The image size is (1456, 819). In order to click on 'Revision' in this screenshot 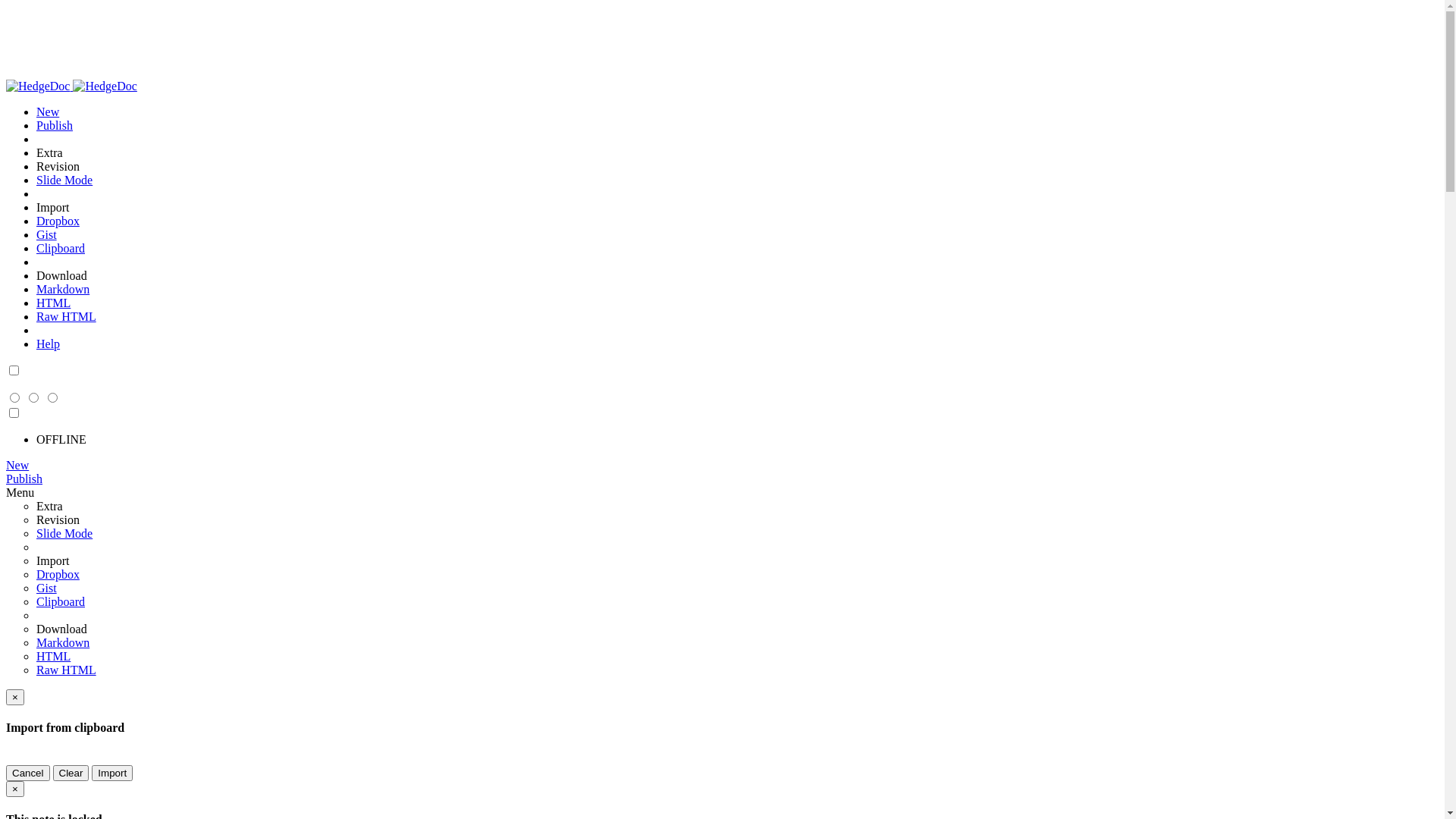, I will do `click(58, 519)`.